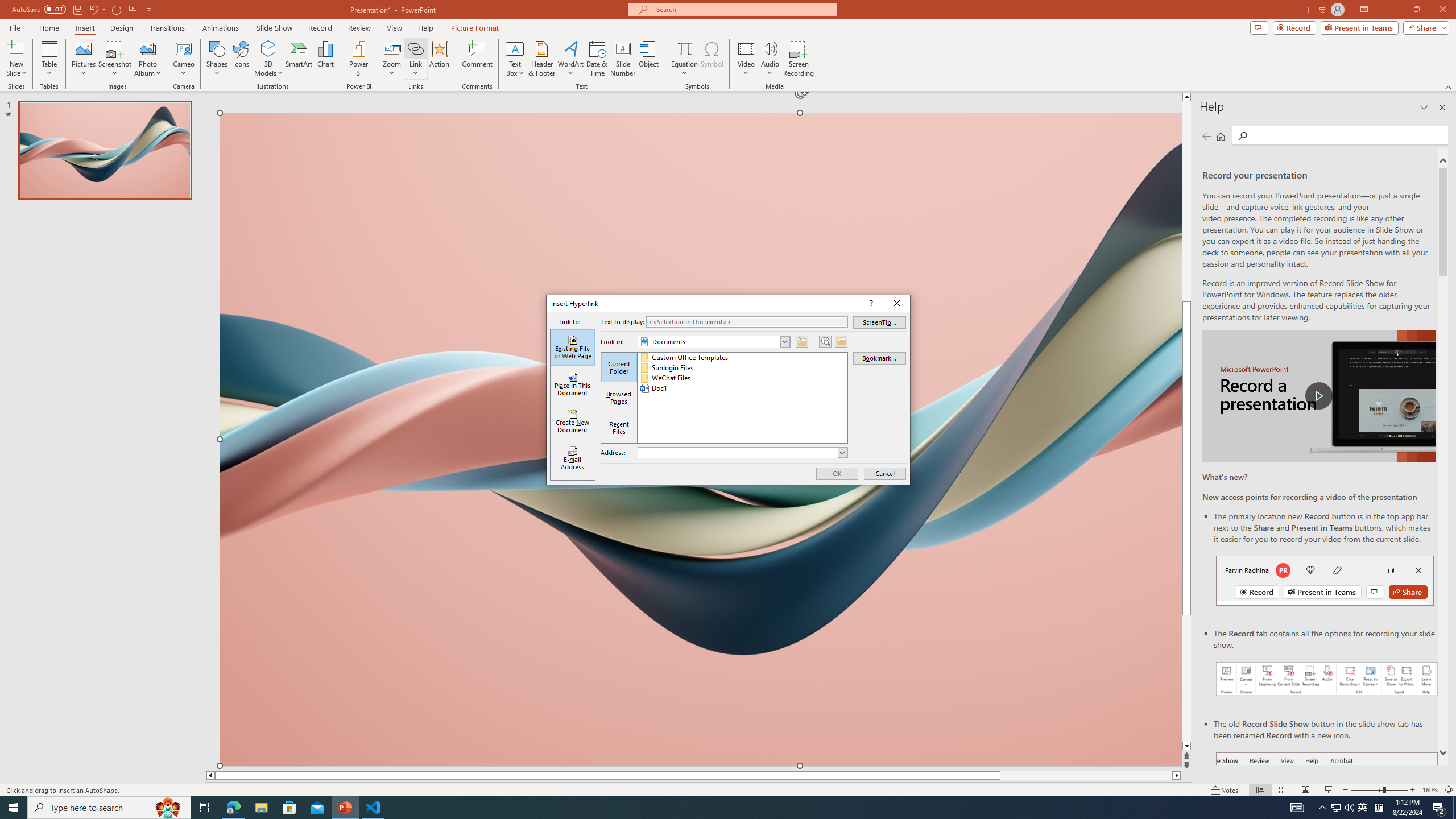 This screenshot has height=819, width=1456. I want to click on 'Recent Files', so click(619, 427).